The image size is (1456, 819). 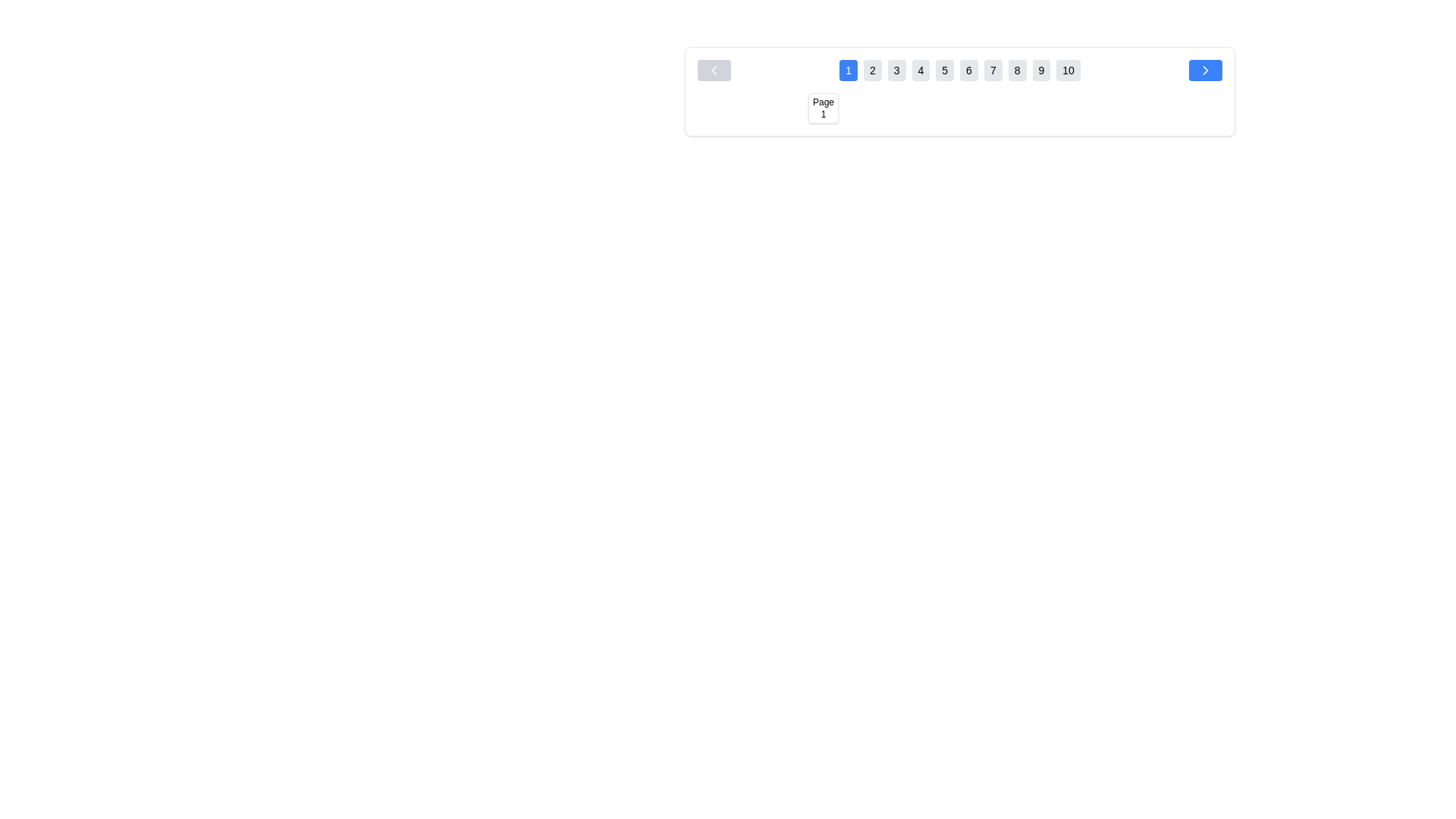 I want to click on the pagination button that navigates to page 8, so click(x=1017, y=70).